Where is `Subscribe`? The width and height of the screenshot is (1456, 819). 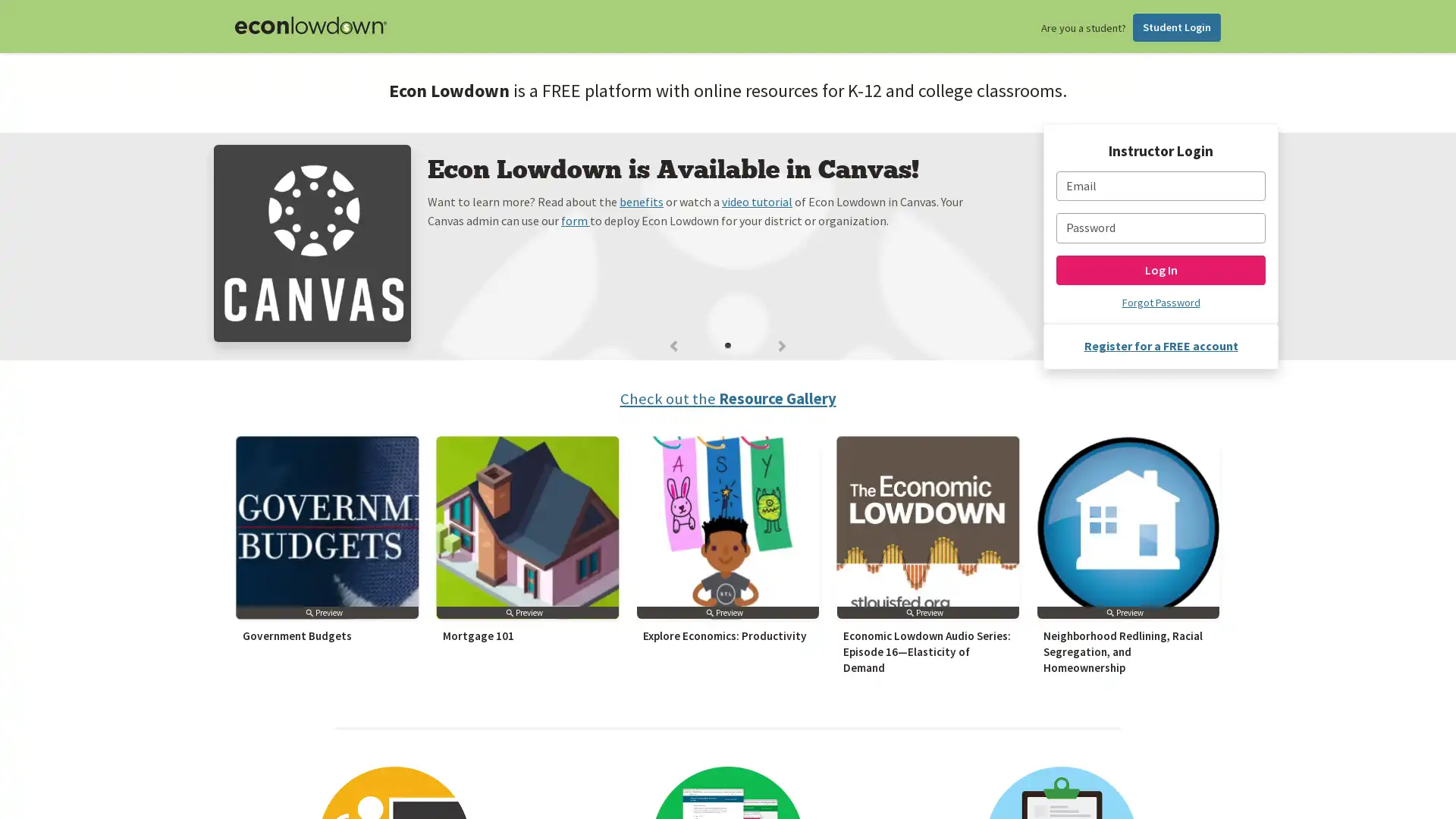
Subscribe is located at coordinates (1386, 774).